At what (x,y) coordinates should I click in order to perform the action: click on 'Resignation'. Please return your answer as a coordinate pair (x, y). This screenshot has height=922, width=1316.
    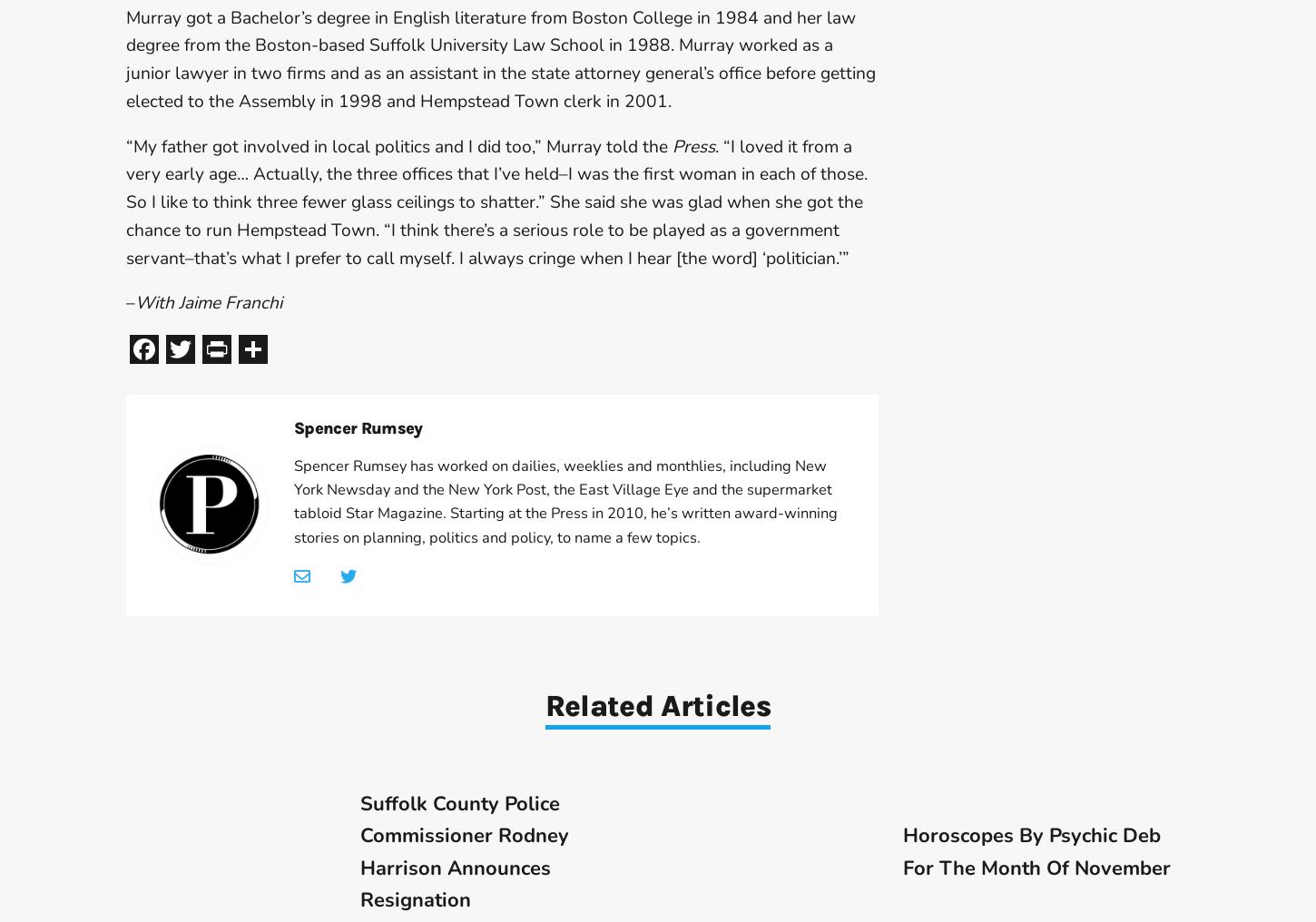
    Looking at the image, I should click on (415, 899).